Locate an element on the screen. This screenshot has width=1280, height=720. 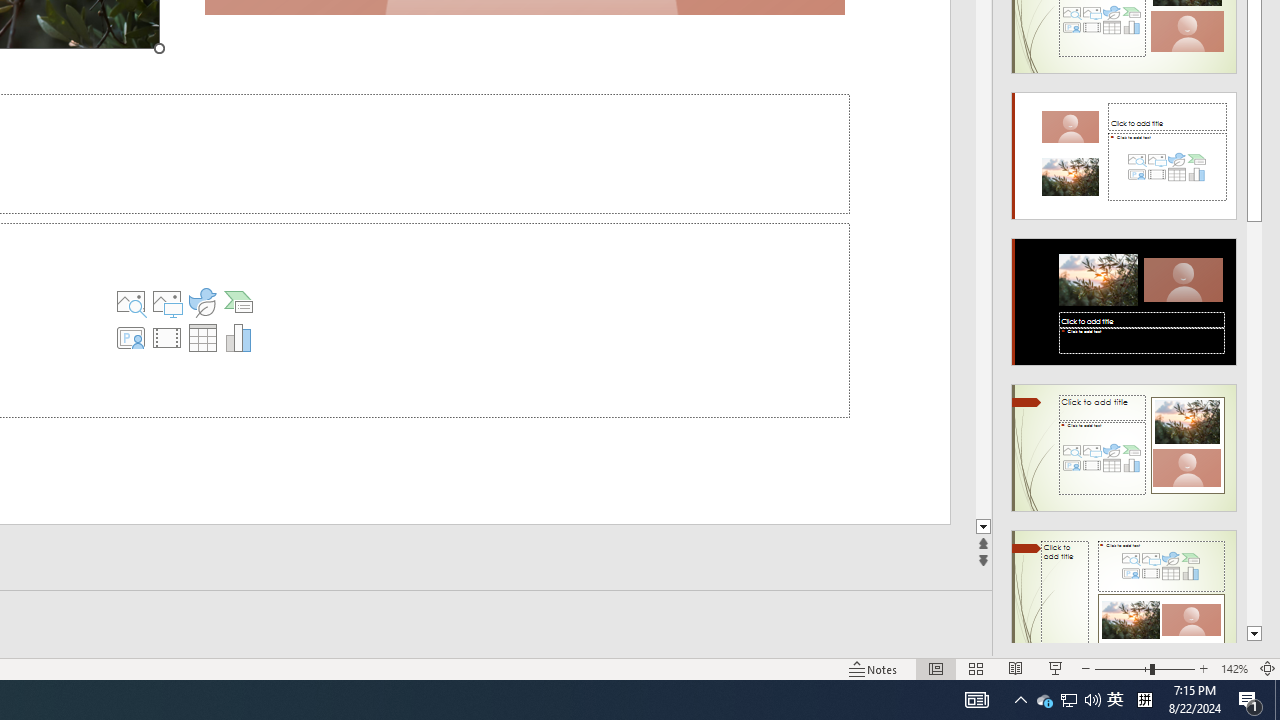
'Insert an Icon' is located at coordinates (202, 302).